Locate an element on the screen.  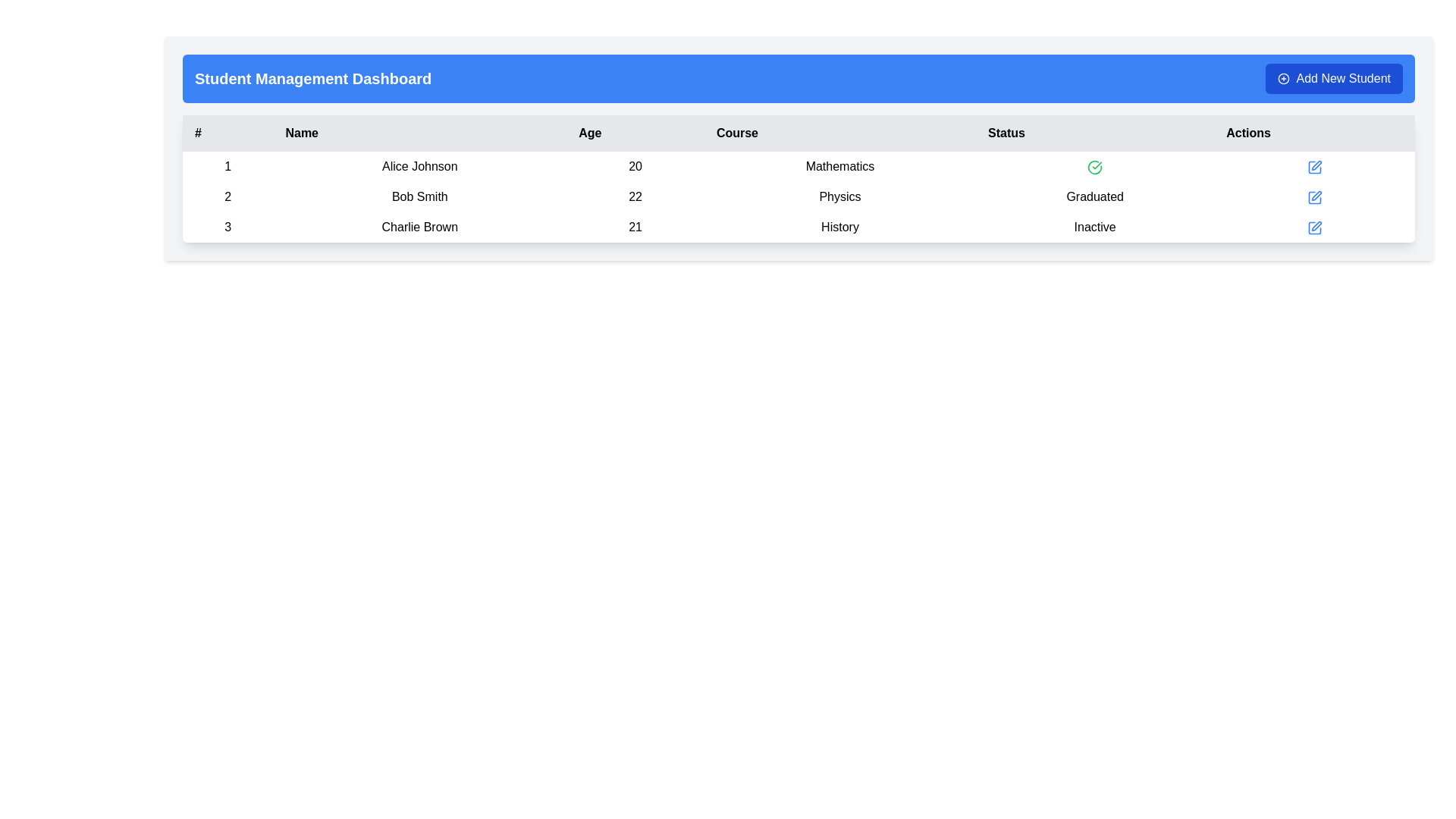
the text label displaying the name 'Charlie Brown' in the second column of the third row of the dataset table is located at coordinates (419, 227).